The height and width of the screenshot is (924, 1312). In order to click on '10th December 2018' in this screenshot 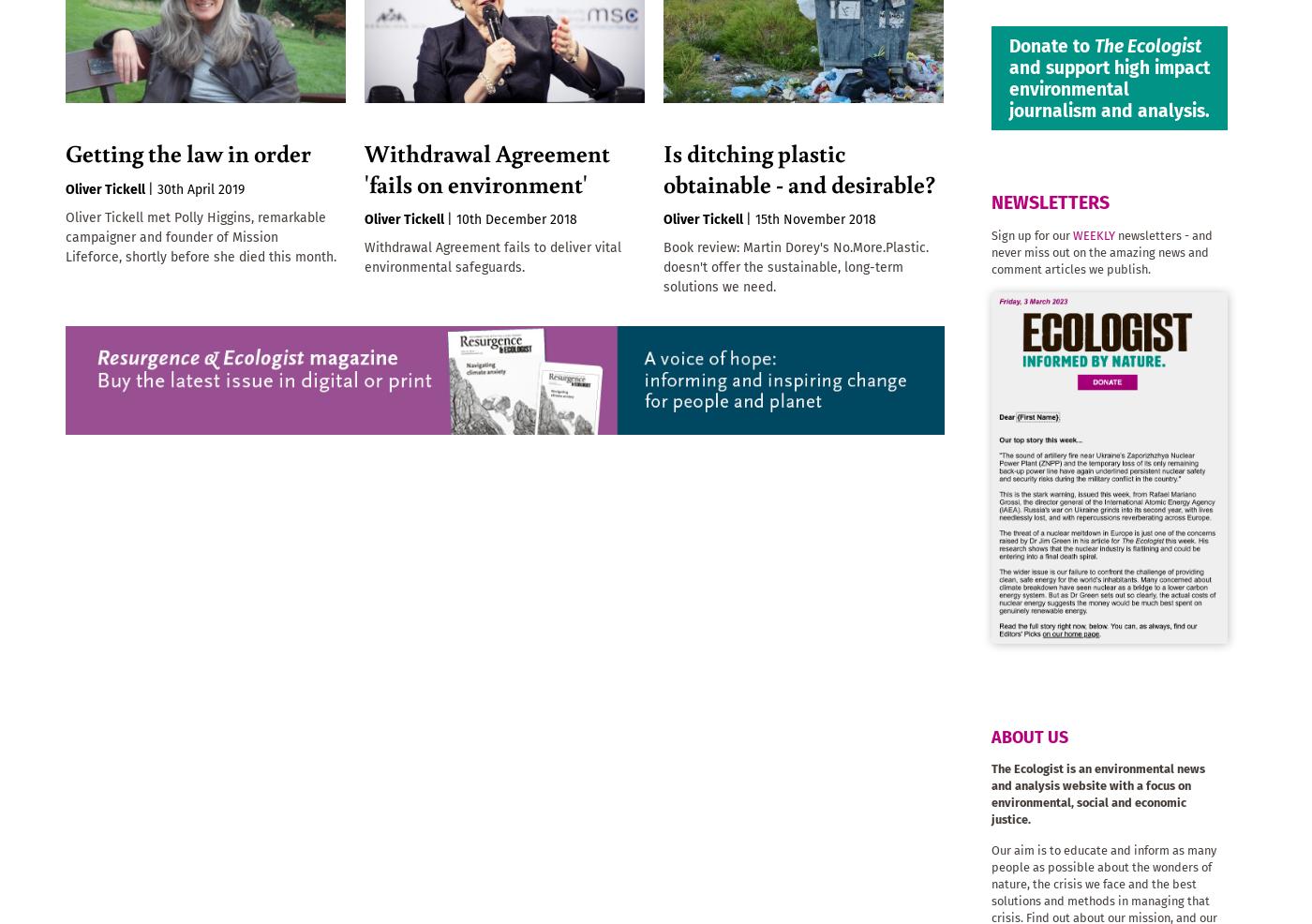, I will do `click(516, 217)`.